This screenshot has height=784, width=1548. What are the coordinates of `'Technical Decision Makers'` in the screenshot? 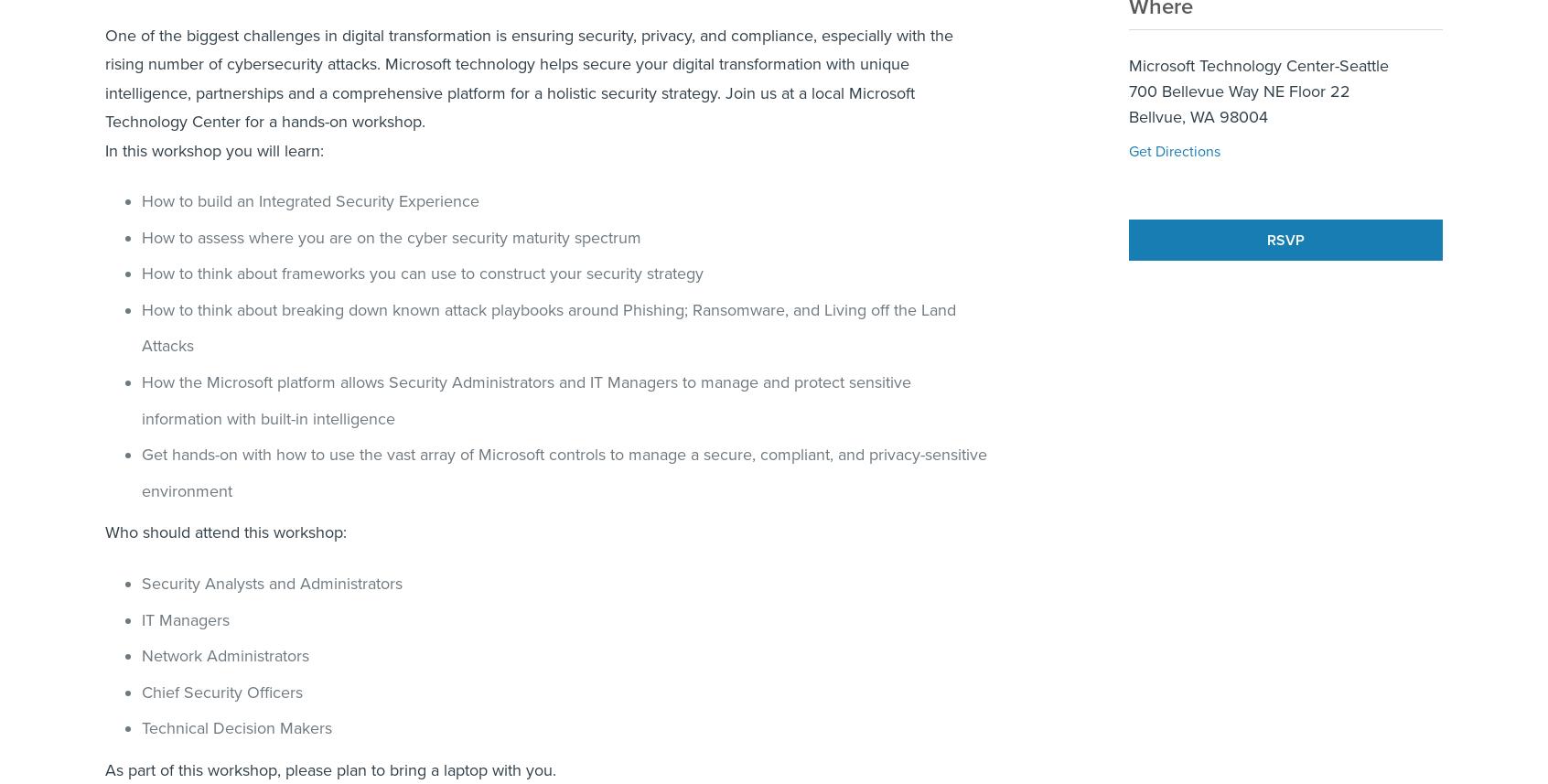 It's located at (236, 727).